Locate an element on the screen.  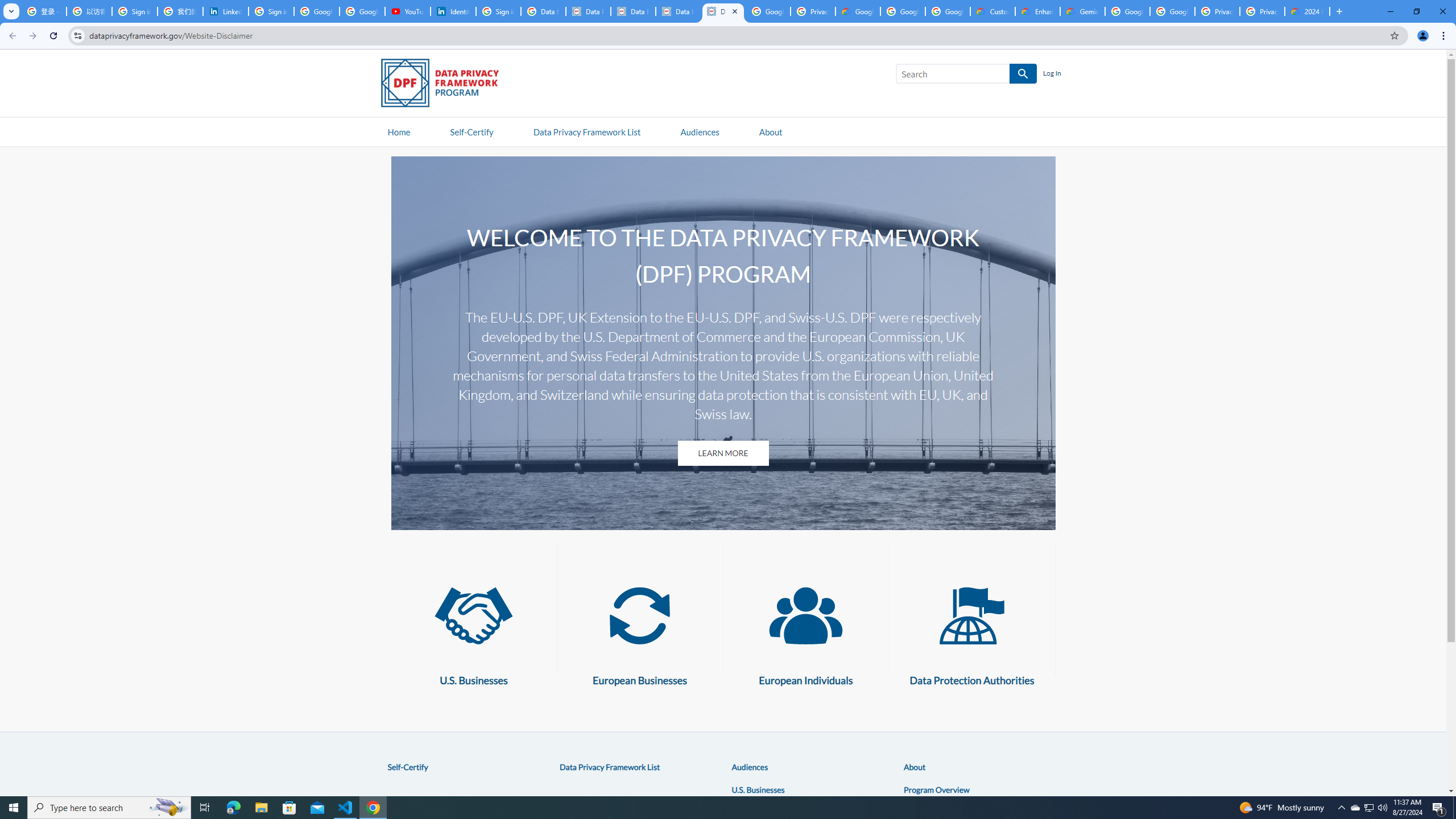
'European Individuals European Individuals' is located at coordinates (805, 630).